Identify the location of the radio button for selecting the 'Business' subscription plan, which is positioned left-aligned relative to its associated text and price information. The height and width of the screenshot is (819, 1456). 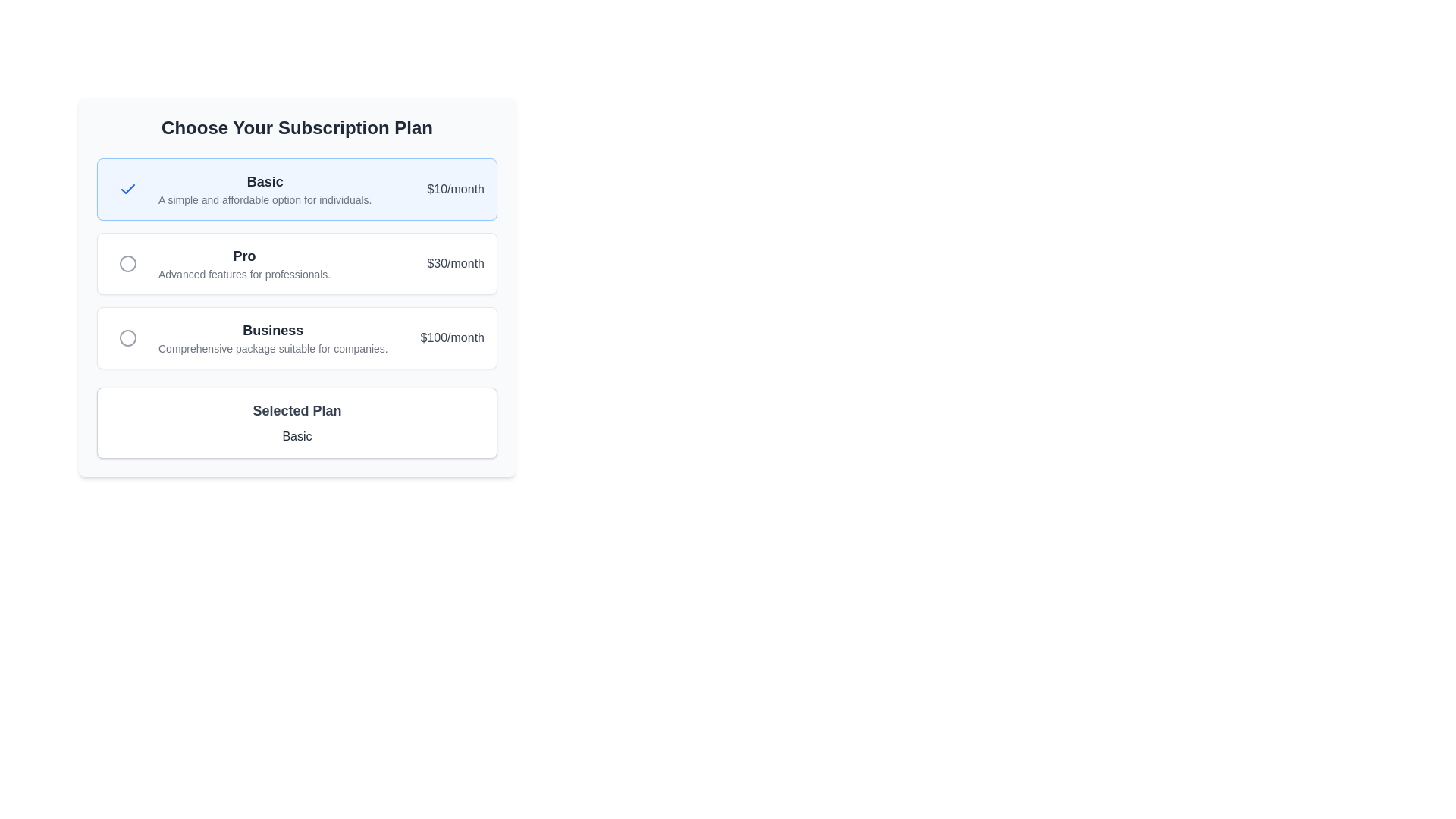
(127, 337).